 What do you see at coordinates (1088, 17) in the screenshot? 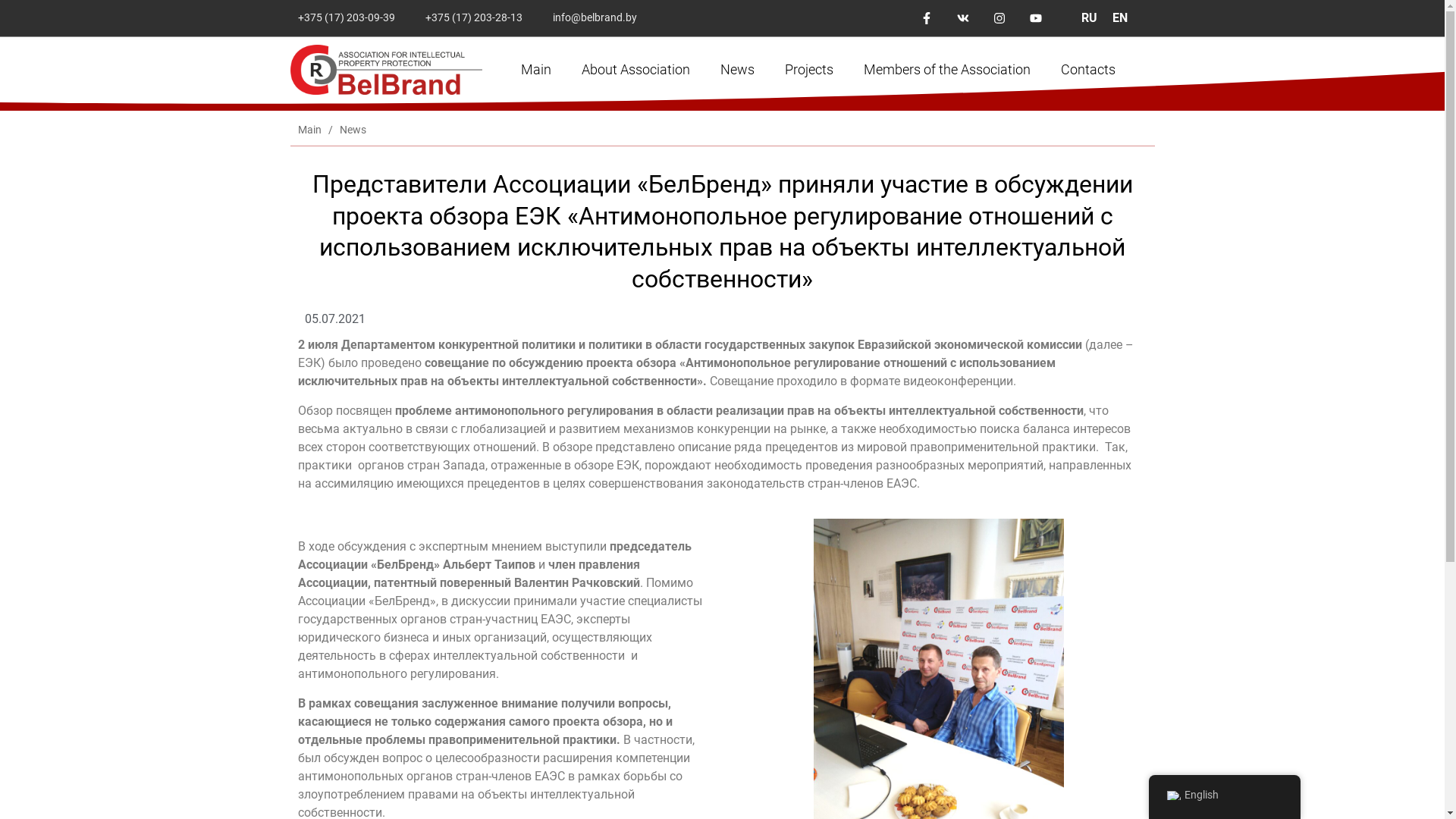
I see `'RU'` at bounding box center [1088, 17].